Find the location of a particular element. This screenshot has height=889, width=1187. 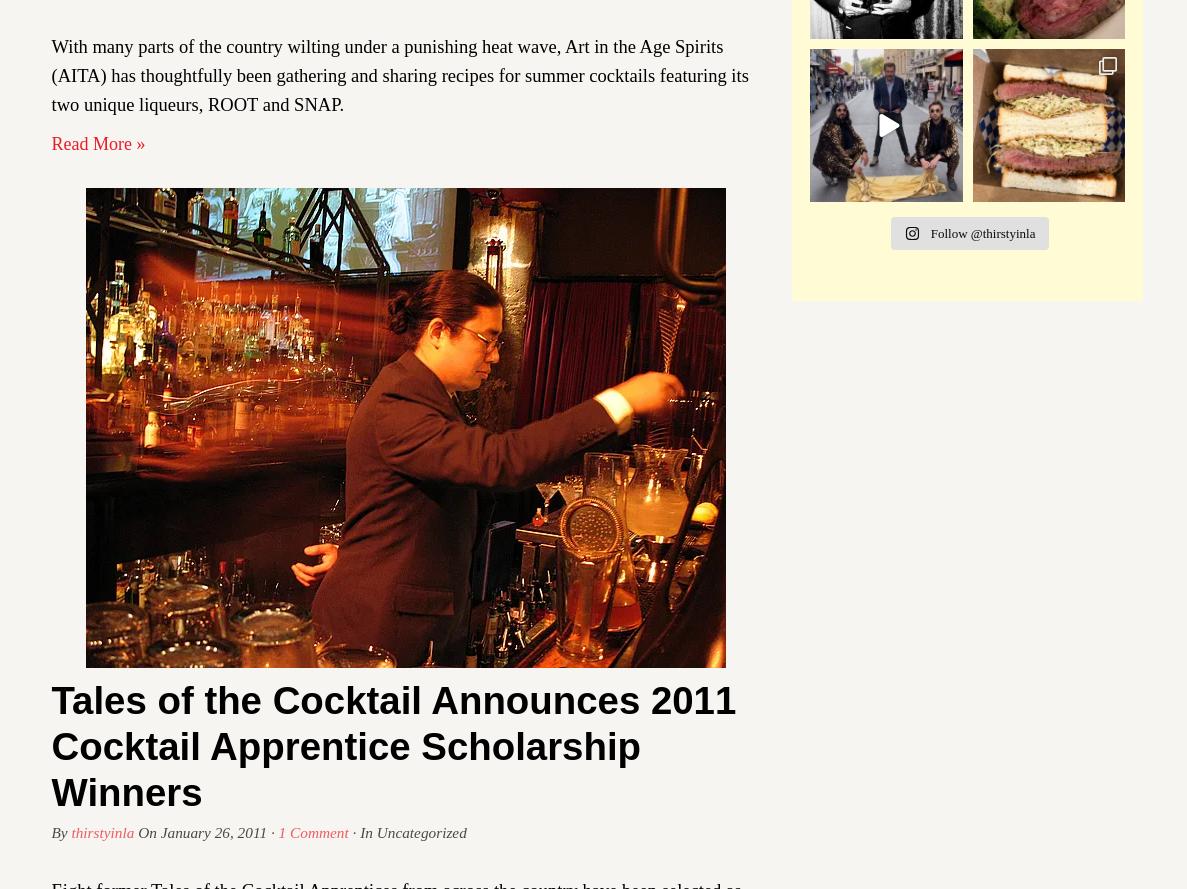

'1 Comment' is located at coordinates (313, 830).